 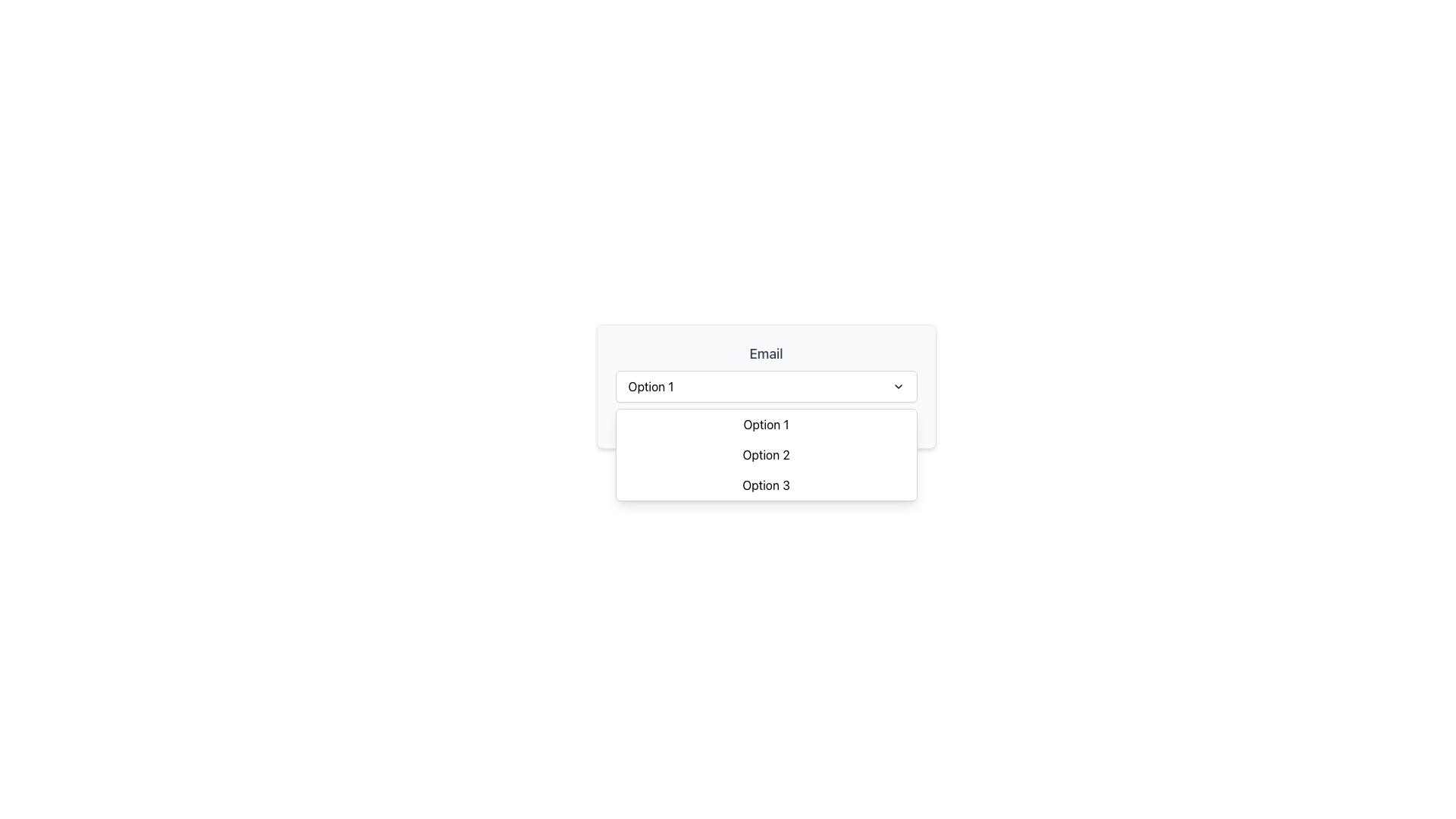 What do you see at coordinates (898, 385) in the screenshot?
I see `the downward-facing chevron icon located at the rightmost edge of the dropdown button labeled 'Option 1'` at bounding box center [898, 385].